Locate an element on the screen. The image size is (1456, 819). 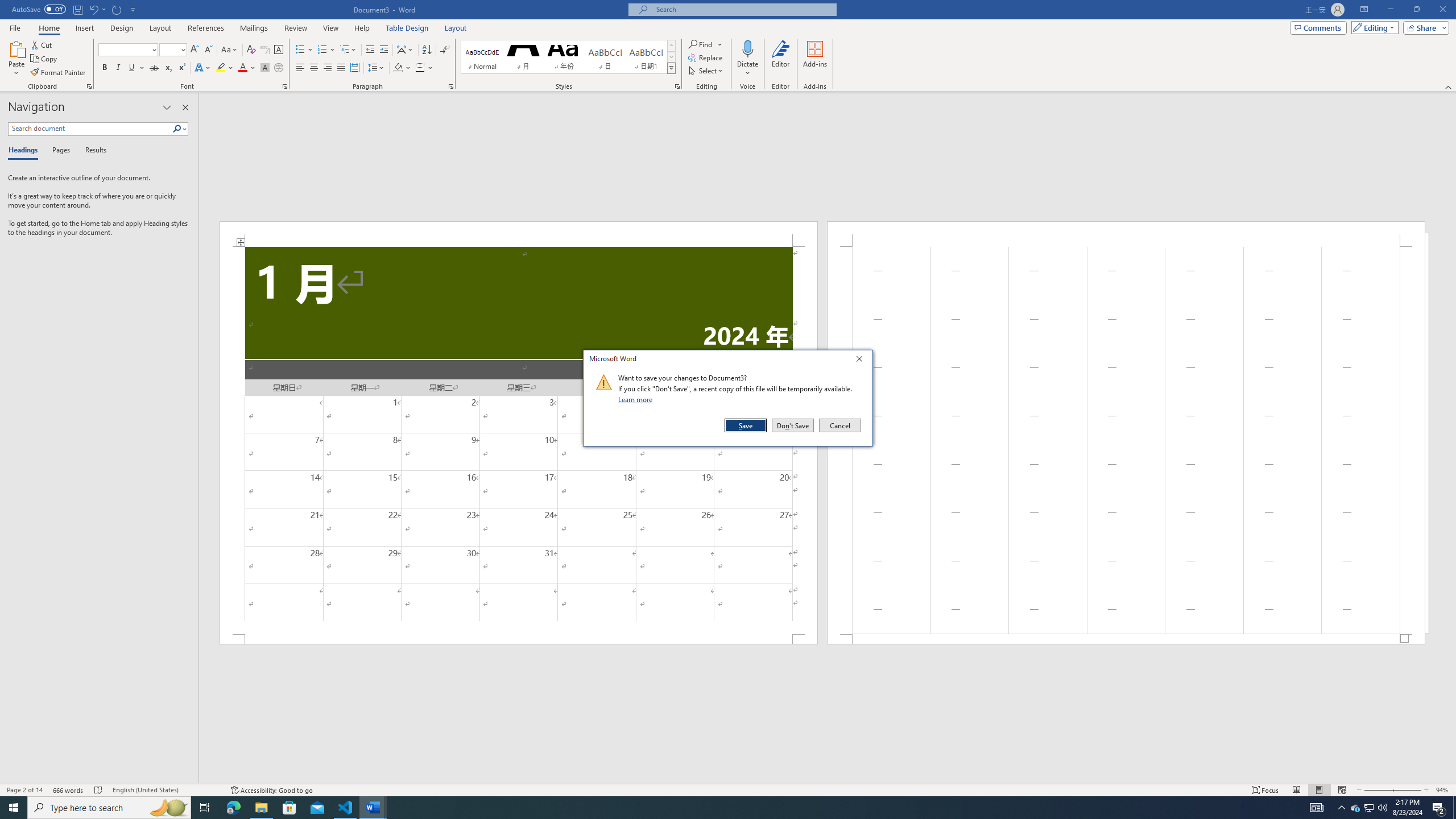
'Layout' is located at coordinates (455, 28).